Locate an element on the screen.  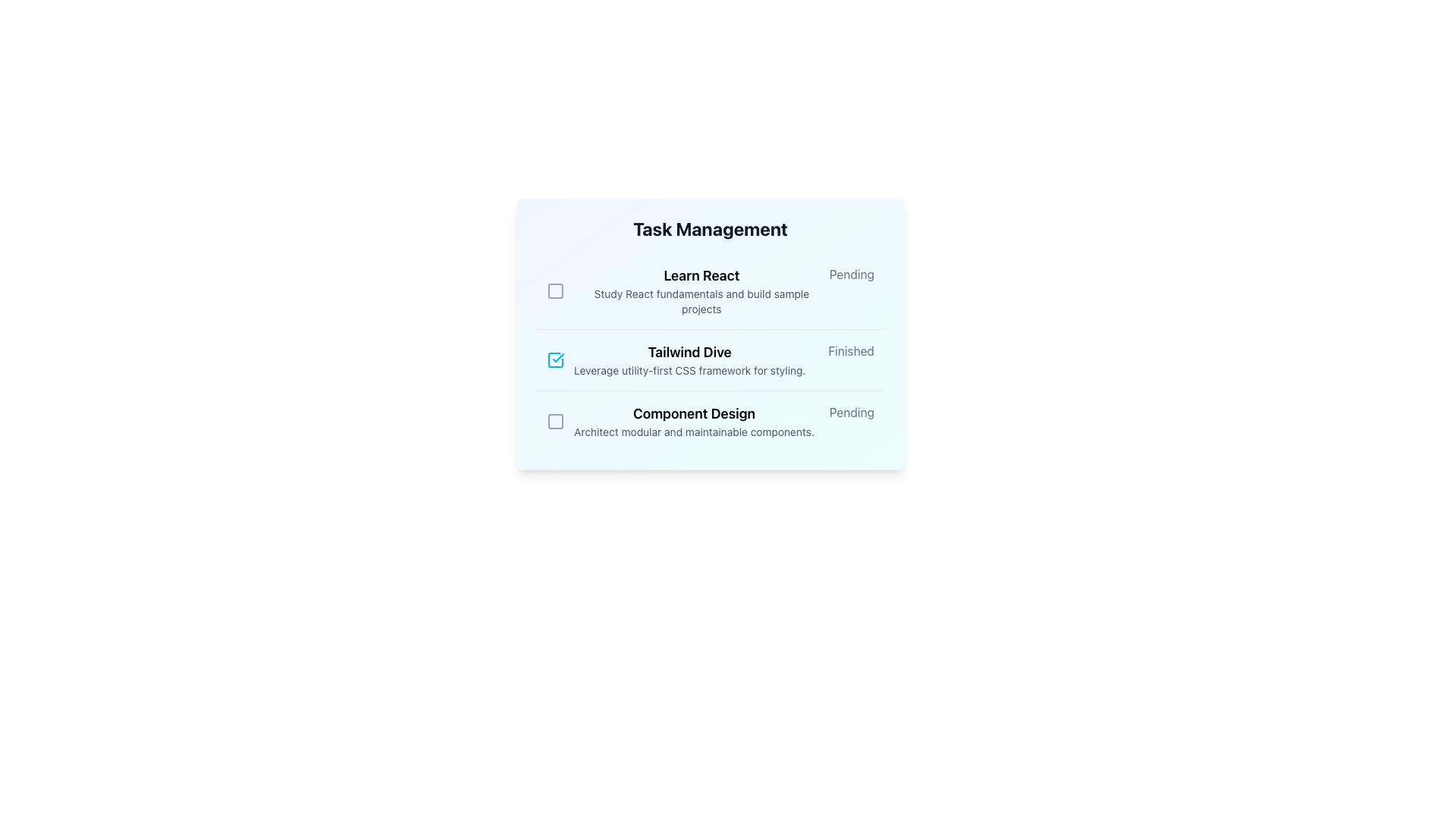
the checkbox indicator for the completed task 'Tailwind Dive' located to the left of its title is located at coordinates (555, 359).